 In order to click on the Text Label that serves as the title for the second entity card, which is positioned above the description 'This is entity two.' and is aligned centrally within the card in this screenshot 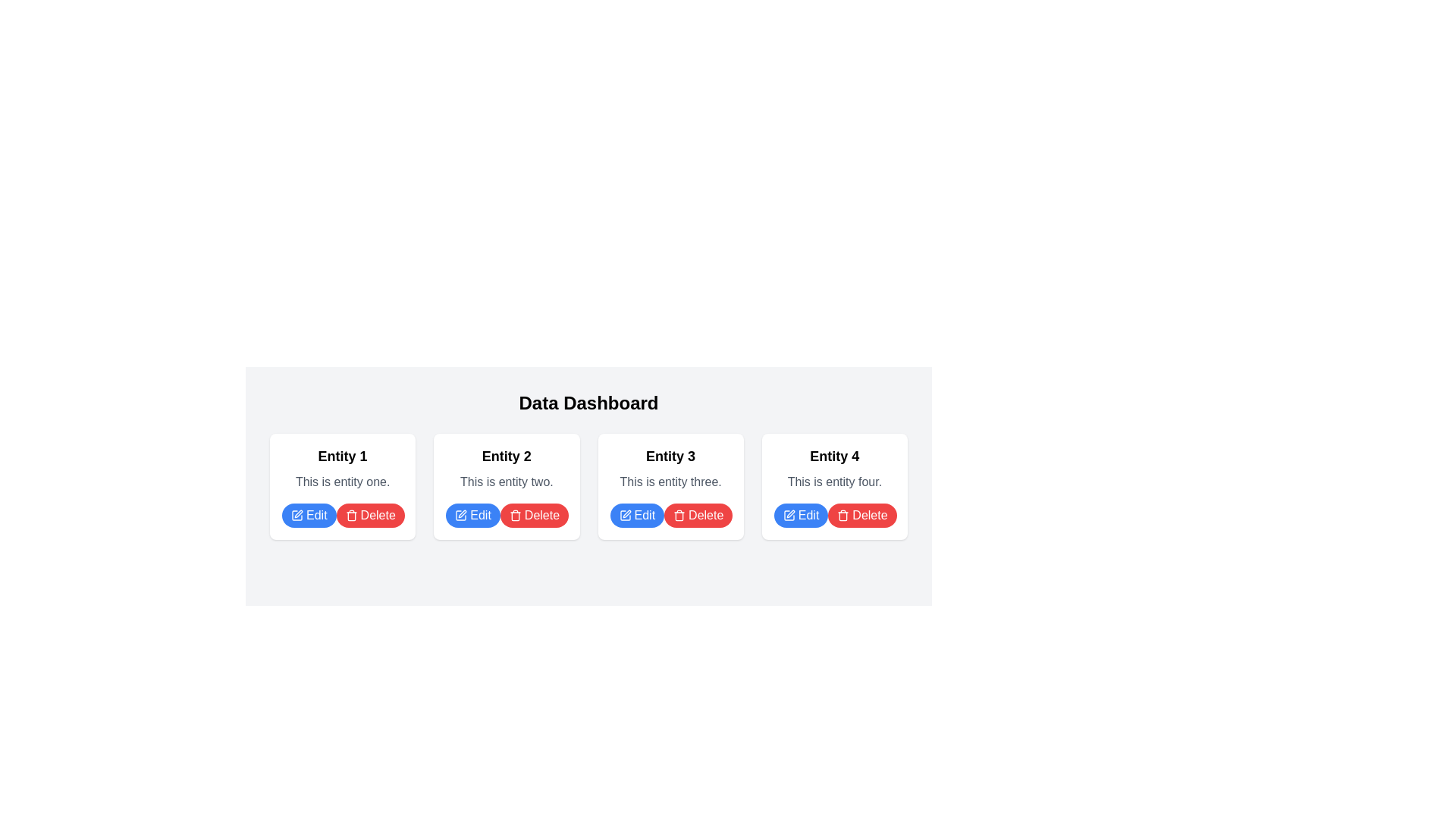, I will do `click(507, 455)`.